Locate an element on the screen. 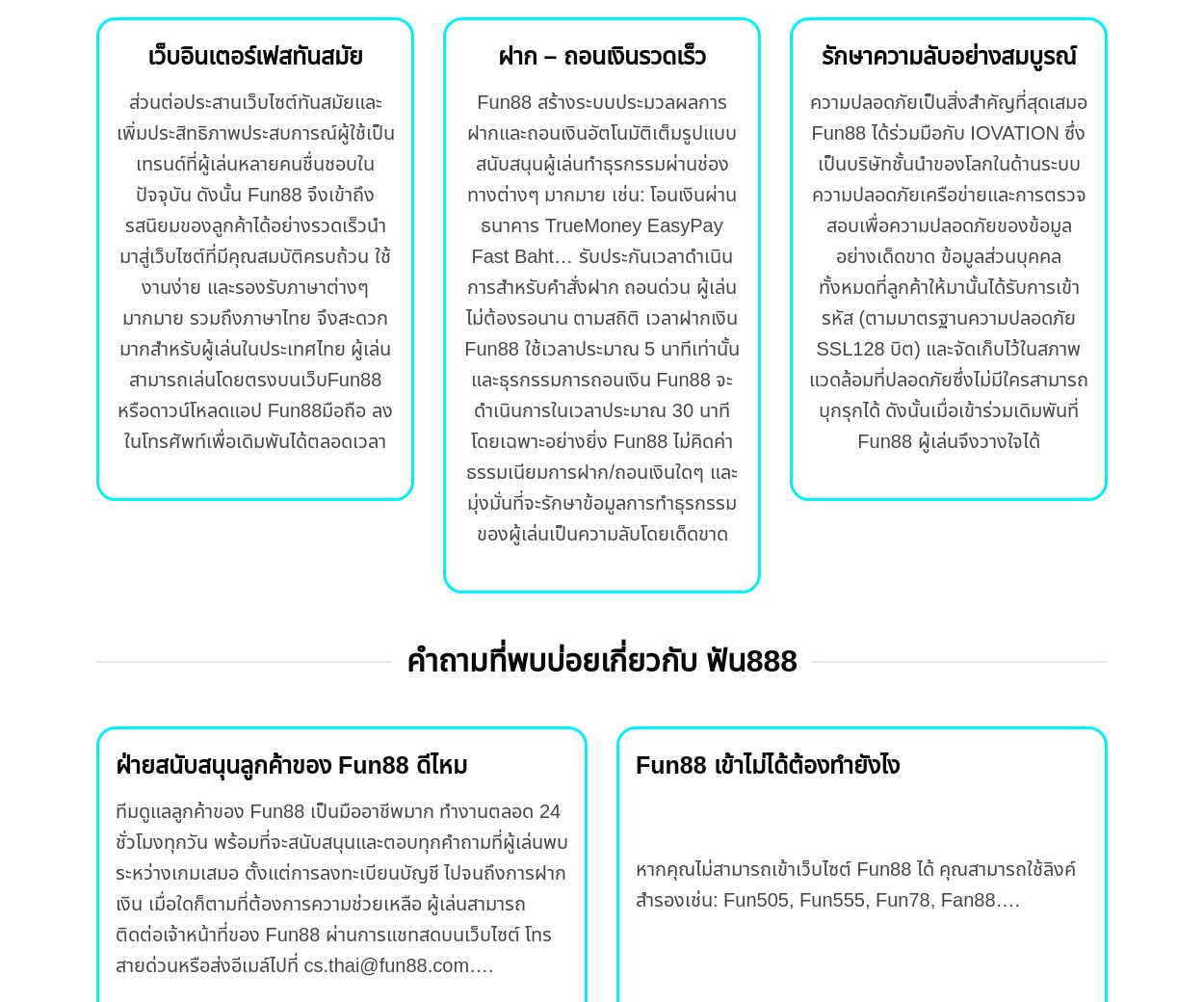  'cs.thai@fun88.com' is located at coordinates (385, 965).